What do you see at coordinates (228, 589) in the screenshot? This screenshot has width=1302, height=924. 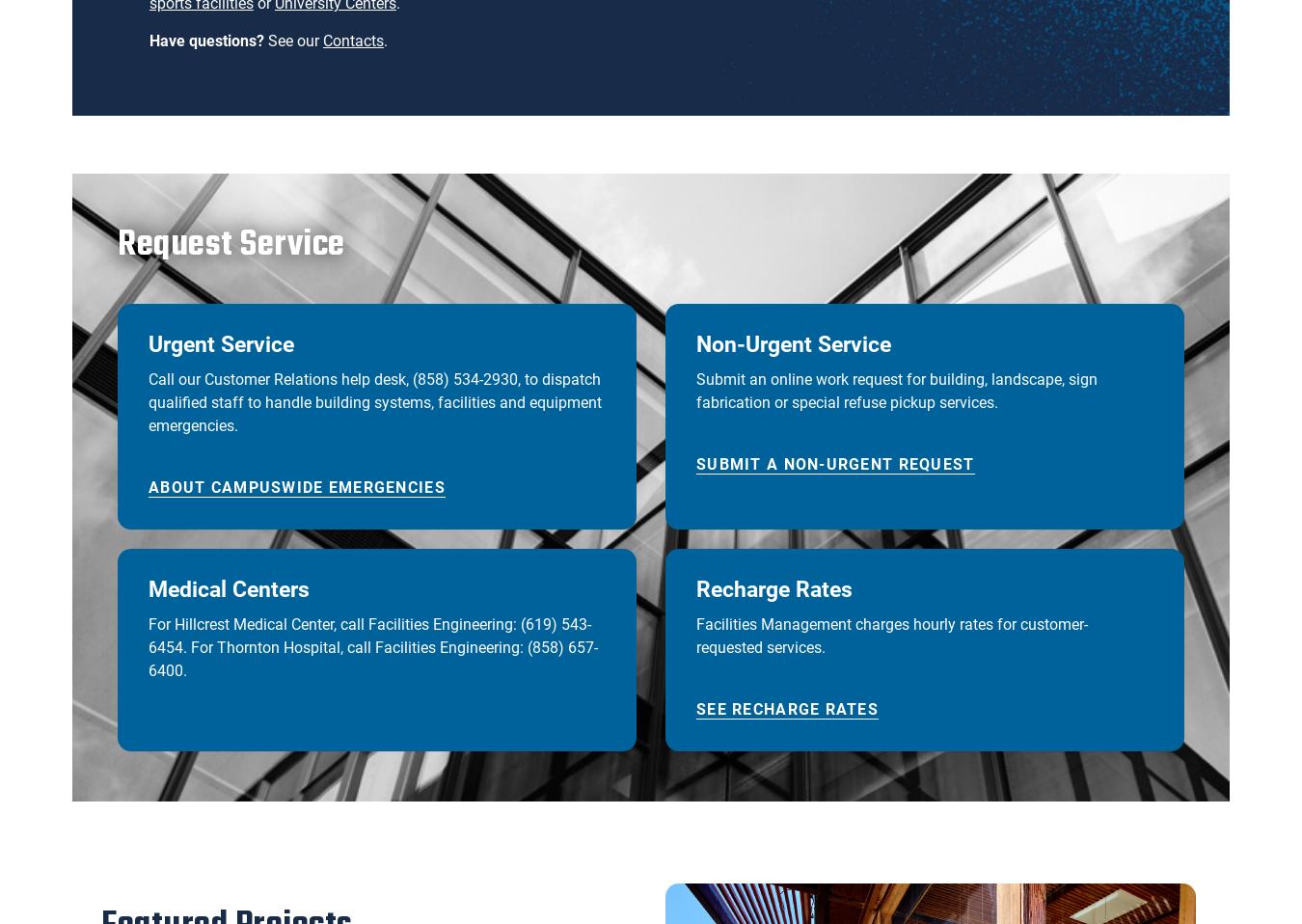 I see `'Medical Centers'` at bounding box center [228, 589].